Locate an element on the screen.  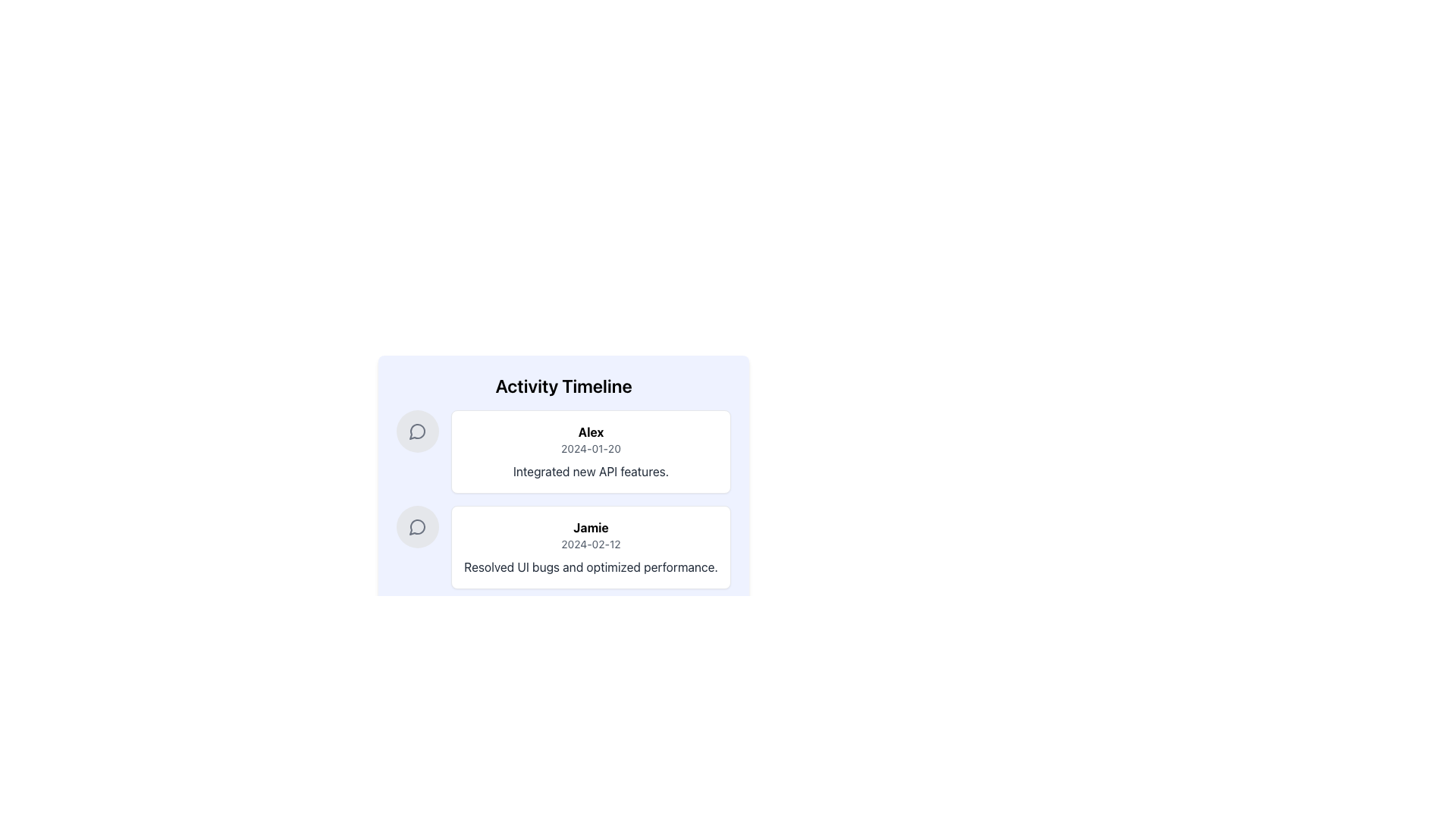
text content of the Informational Card, which is the first item in the Activity Timeline above the element containing 'Jamie' is located at coordinates (563, 451).